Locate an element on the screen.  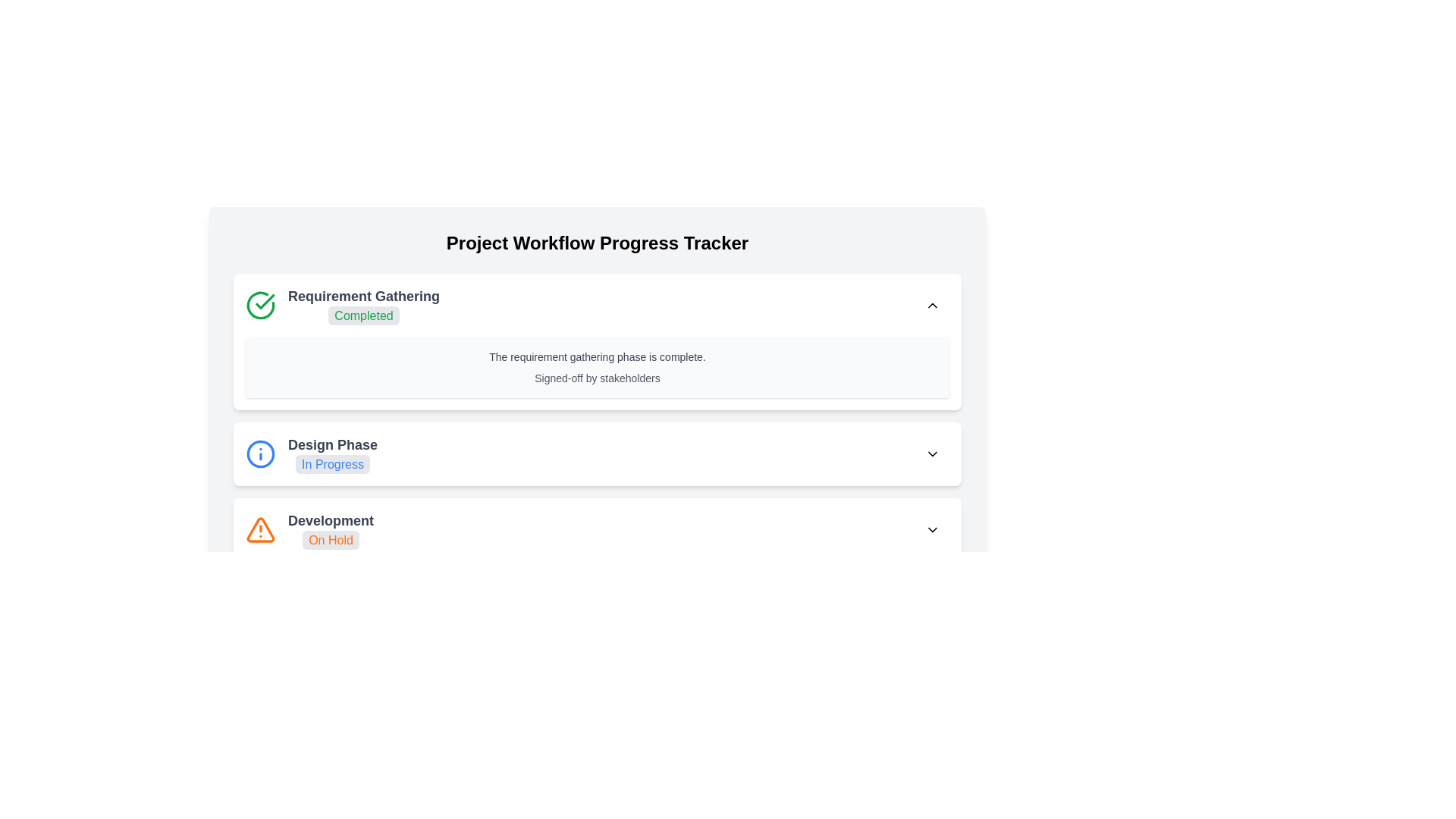
information displayed on the 'Design Phase' text label pair, which includes the bold text 'Design Phase' and the smaller blue text 'In Progress' inside a gray bubble is located at coordinates (332, 453).